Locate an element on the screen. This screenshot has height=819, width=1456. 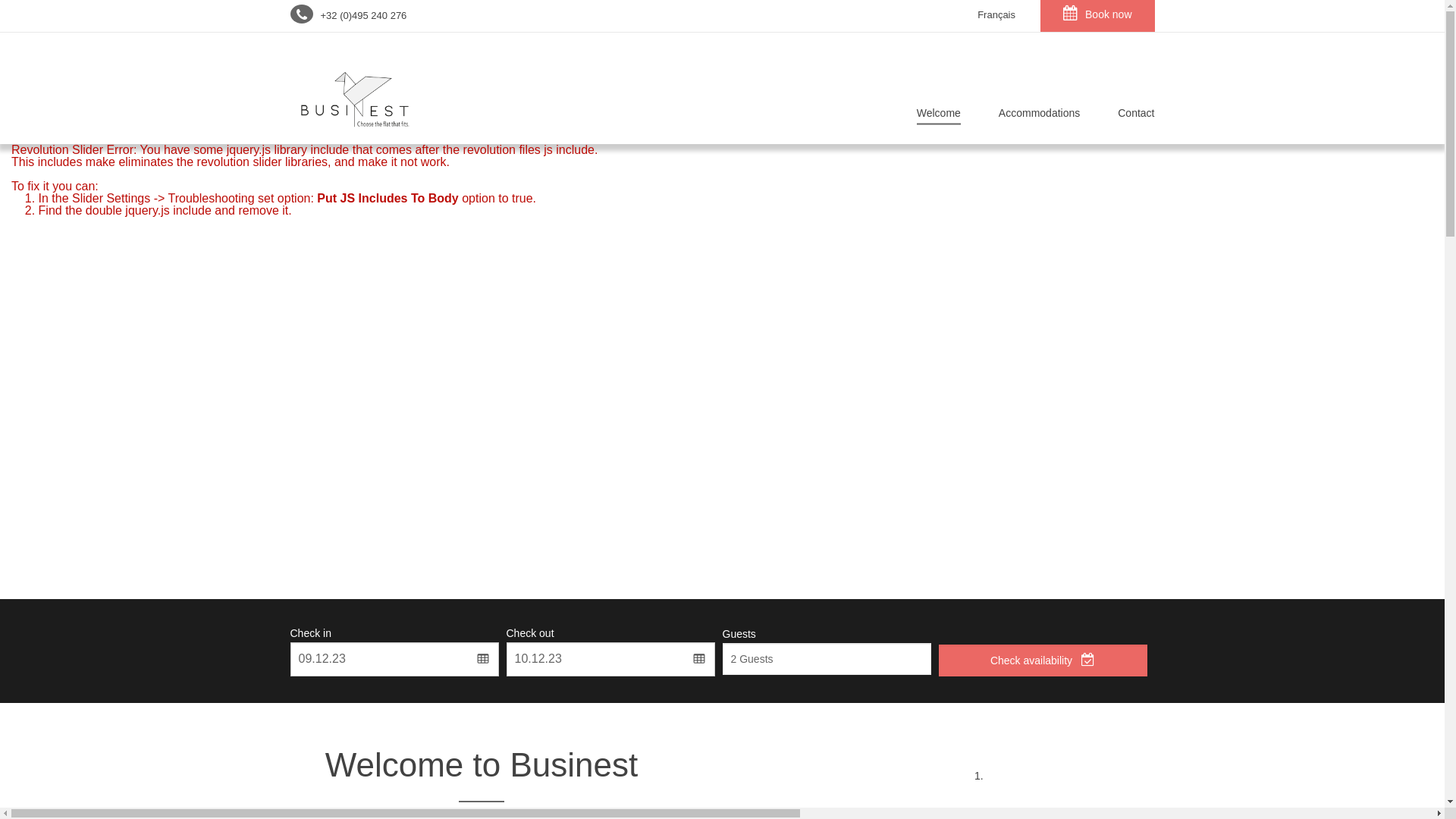
'Accommodations' is located at coordinates (1038, 115).